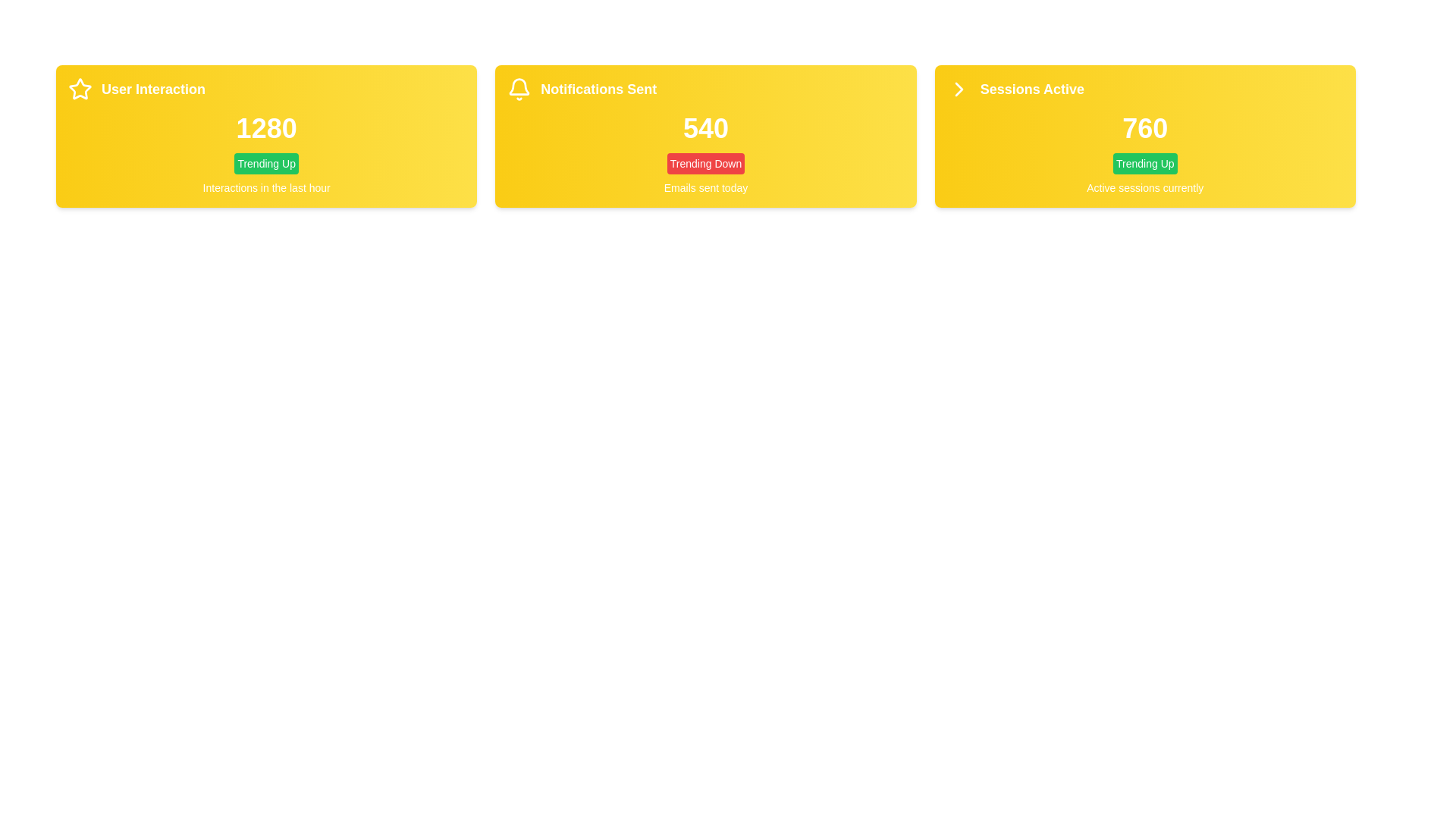 The width and height of the screenshot is (1456, 819). I want to click on the Badge indicating an upward trend in data performance metrics, located within the yellow card labeled 'User Interaction', positioned below '1280' and above 'Interactions in the last hour', so click(266, 164).